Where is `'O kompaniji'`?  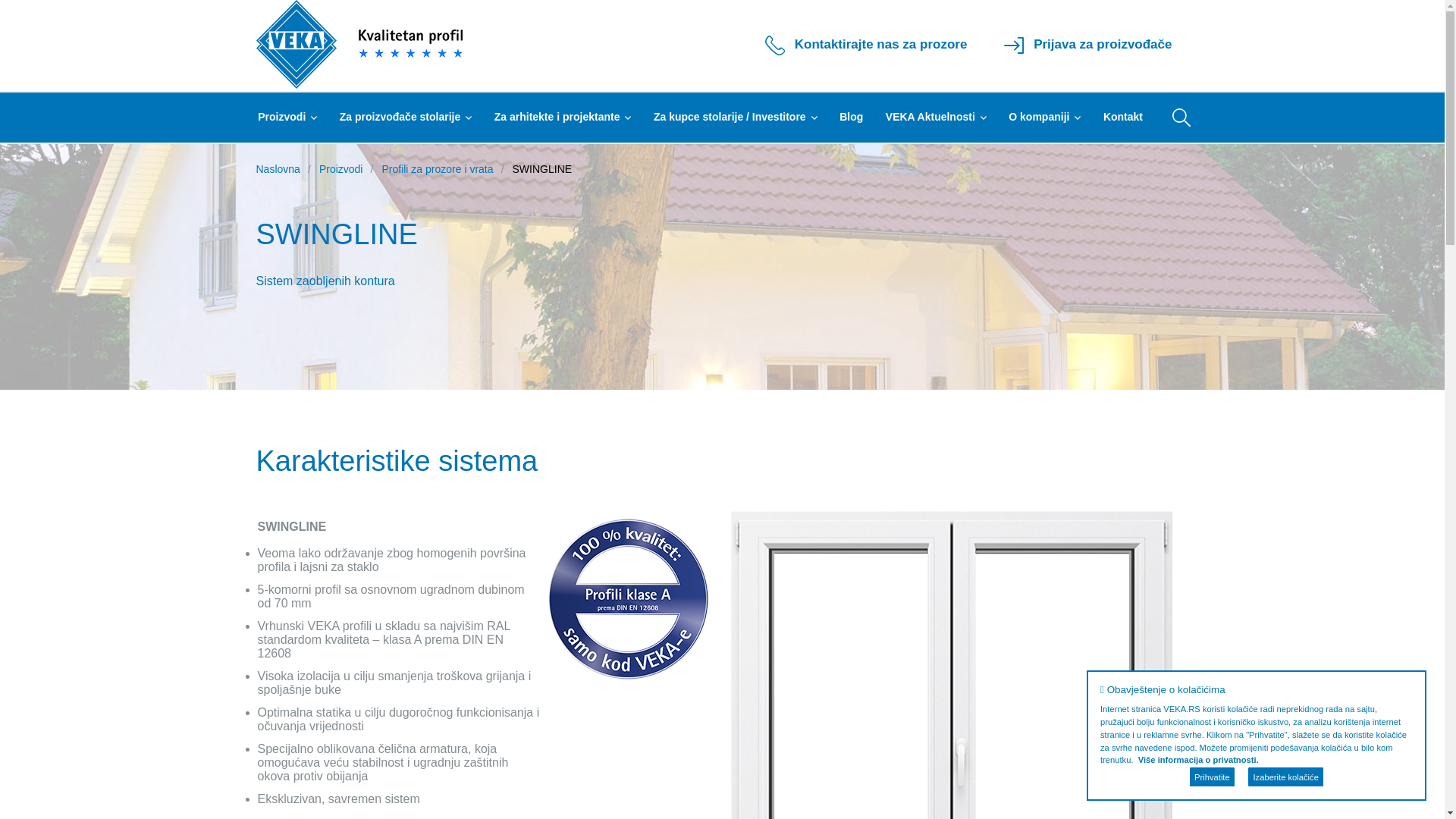 'O kompaniji' is located at coordinates (1043, 117).